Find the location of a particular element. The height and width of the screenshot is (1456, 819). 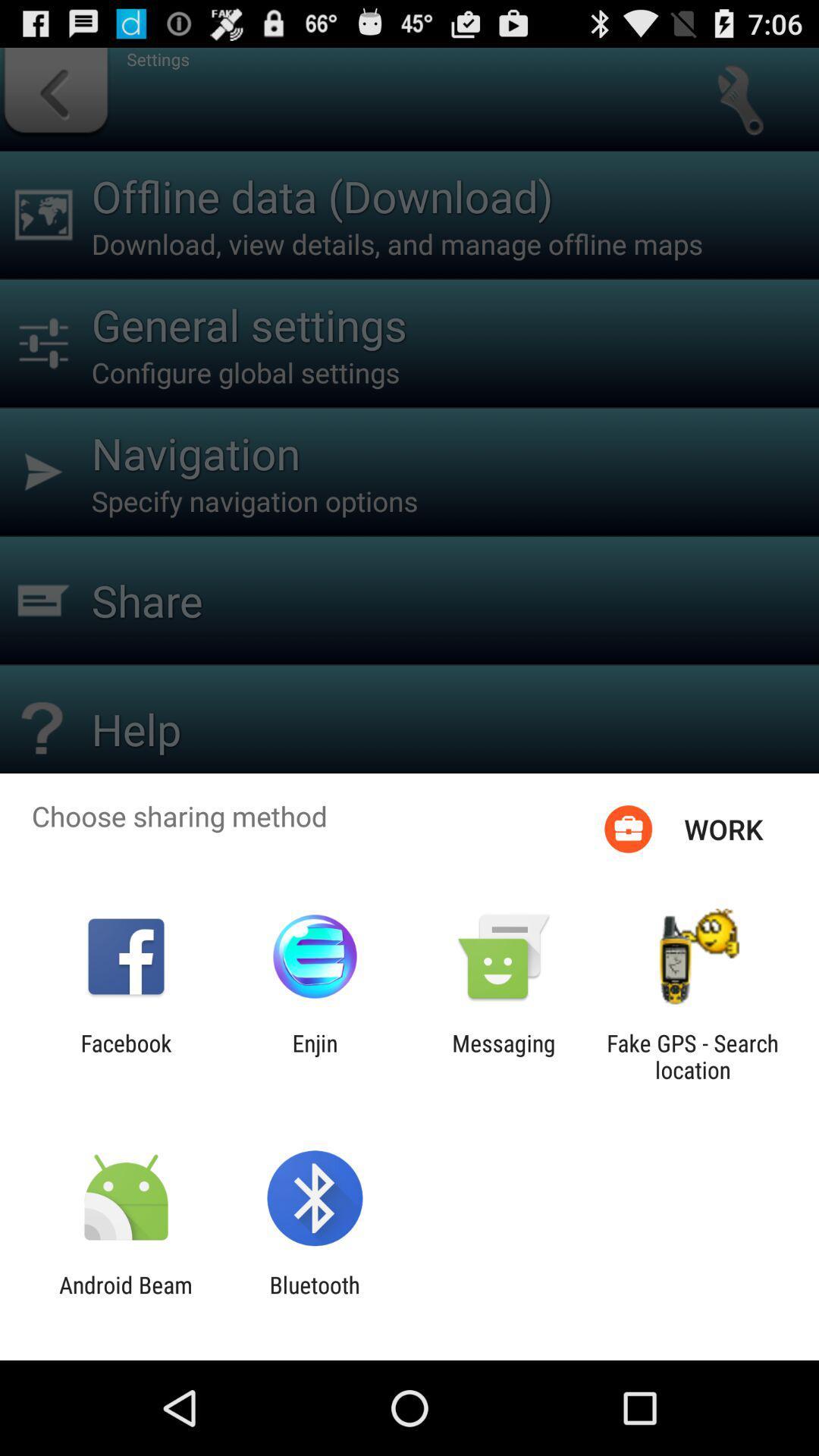

the item next to messaging icon is located at coordinates (692, 1056).